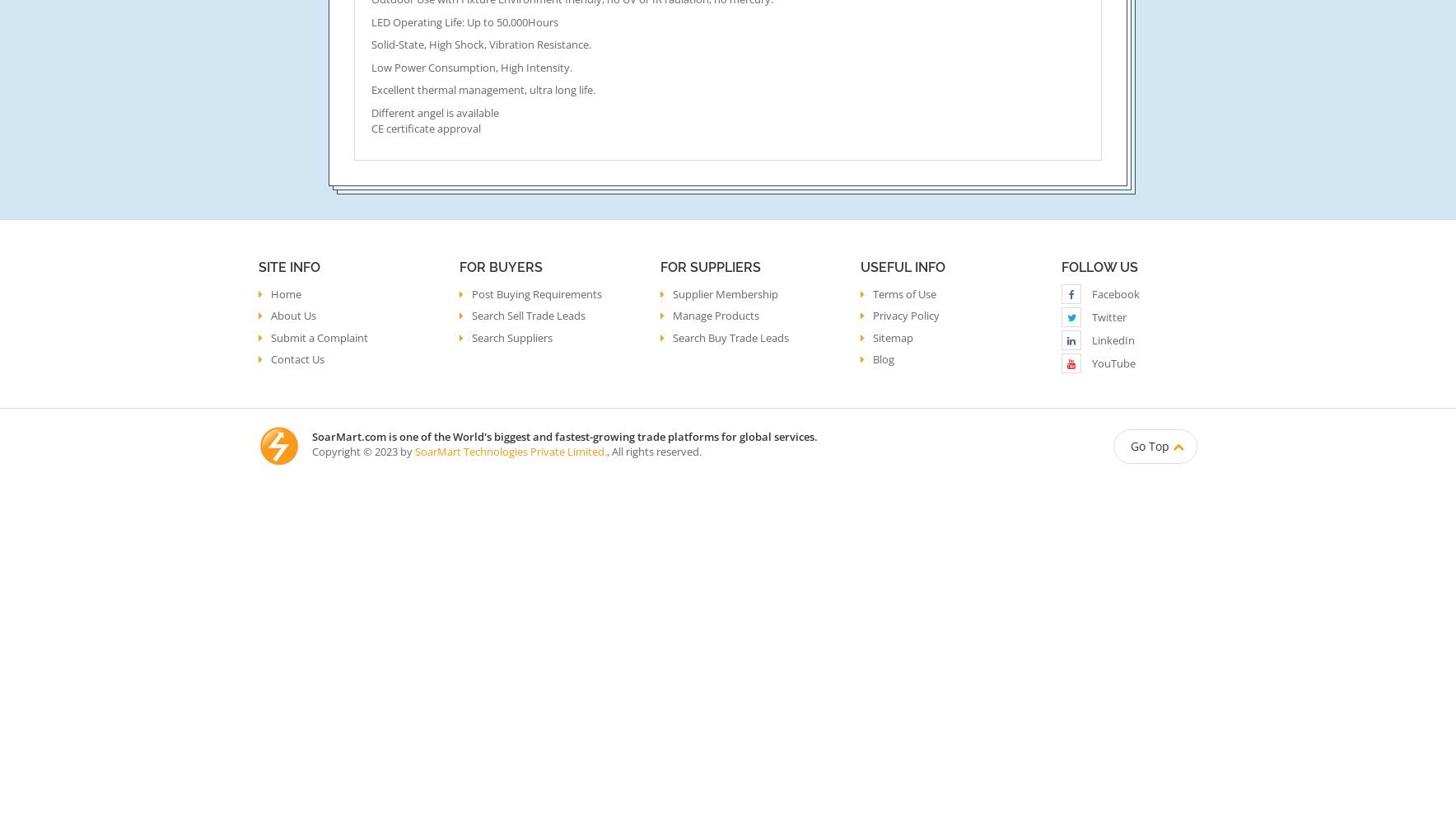  Describe the element at coordinates (271, 337) in the screenshot. I see `'Submit a Complaint'` at that location.